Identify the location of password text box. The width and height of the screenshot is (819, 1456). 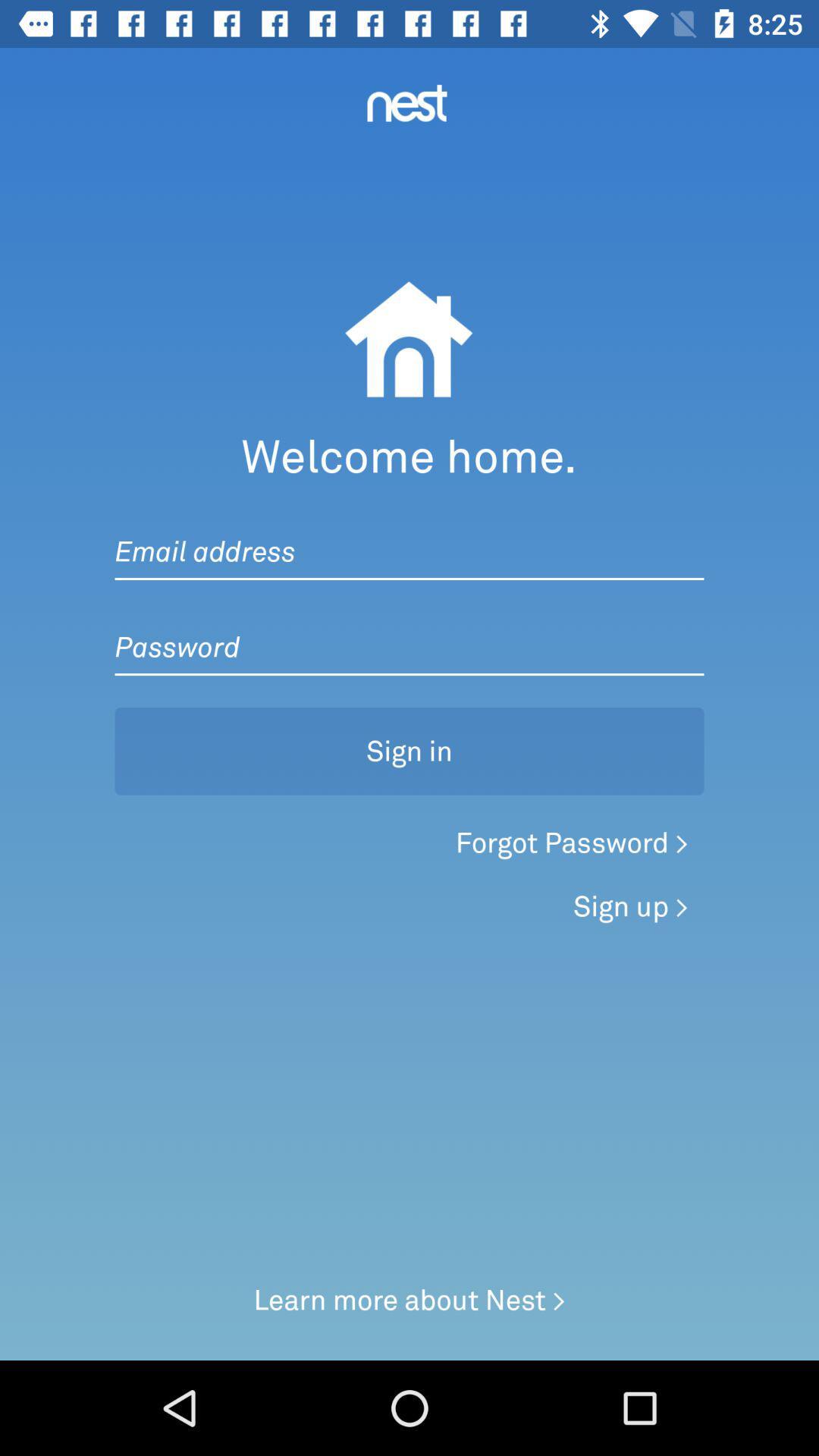
(409, 632).